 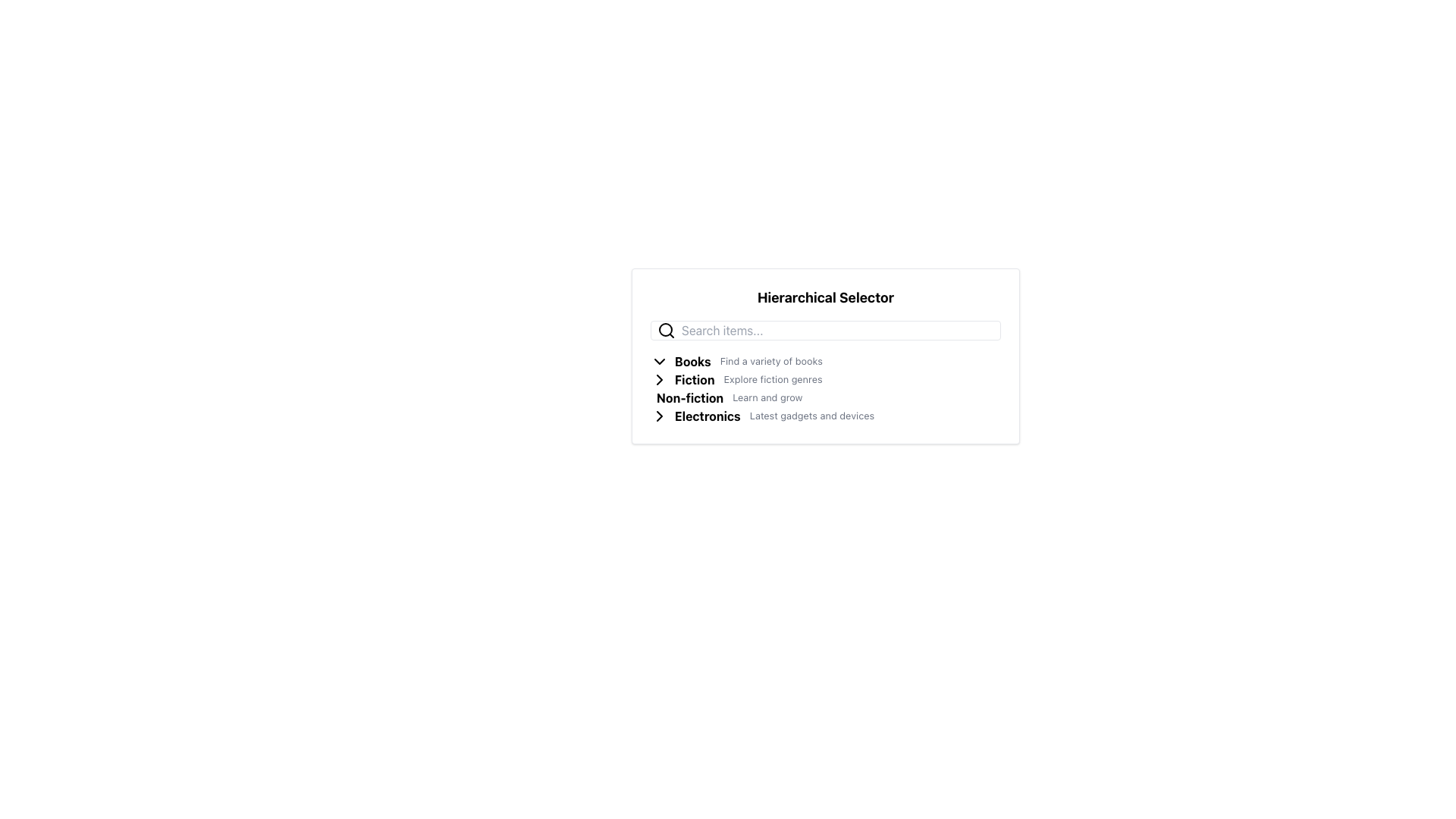 I want to click on the Text Label indicating the category 'Fiction' within the hierarchical list structure under 'Books', so click(x=694, y=379).